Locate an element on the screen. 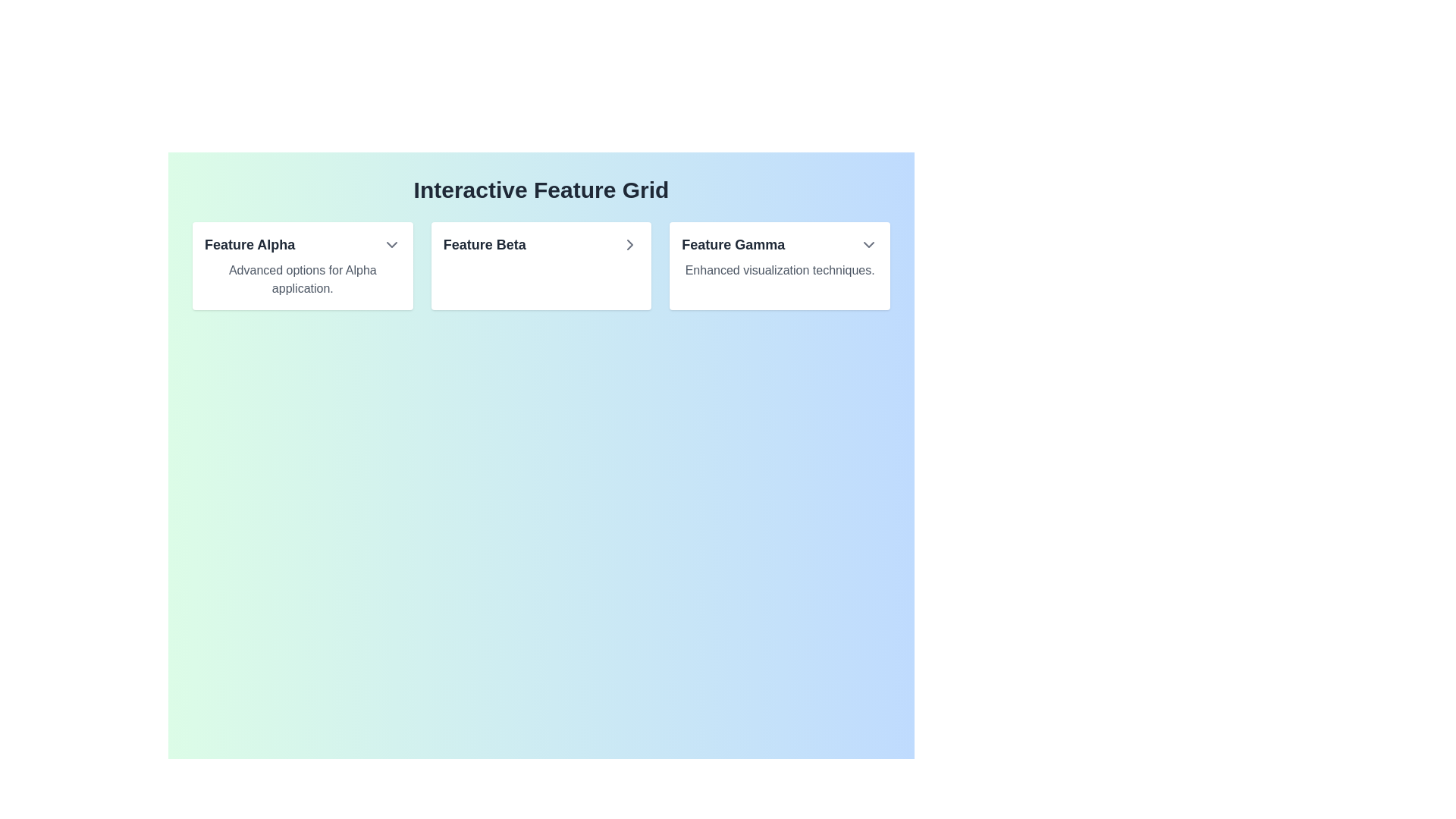 This screenshot has width=1456, height=819. descriptive text located directly below the heading 'Feature Alpha' in the leftmost card of the layout is located at coordinates (303, 280).